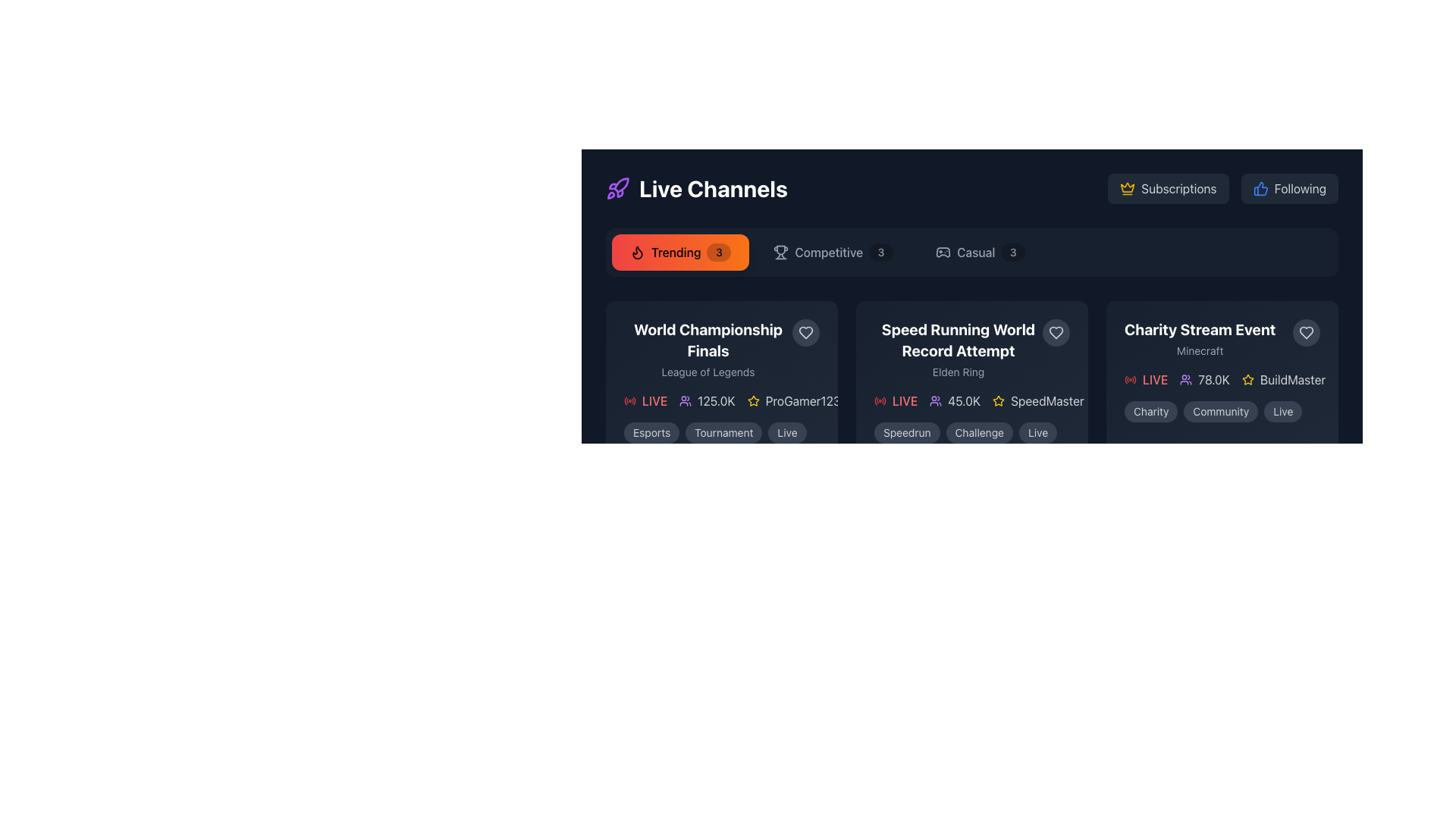  What do you see at coordinates (706, 400) in the screenshot?
I see `the numeric statistic text element displaying '125.0K' to associate the value with the event it belongs to` at bounding box center [706, 400].